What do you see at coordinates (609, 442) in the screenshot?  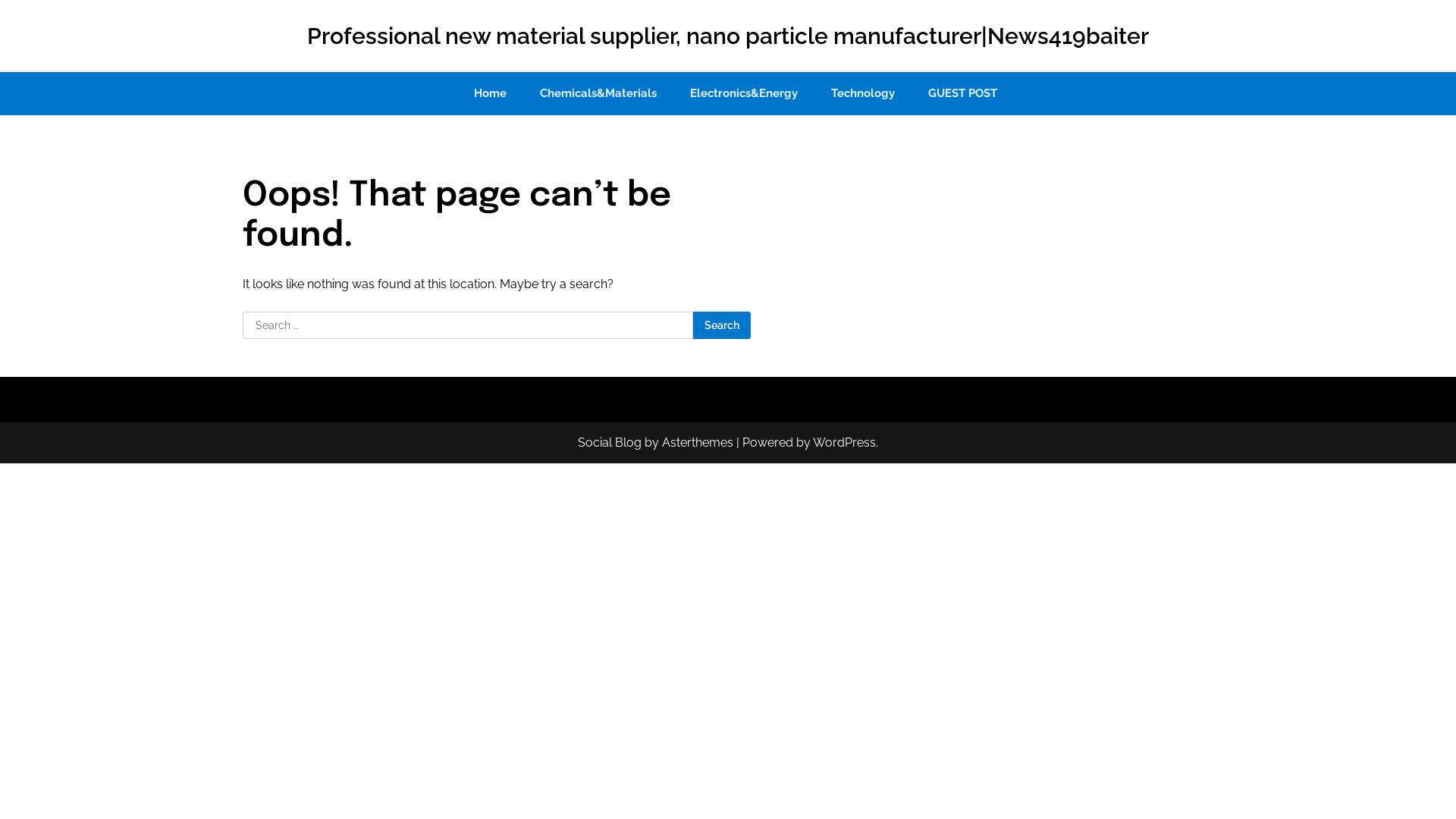 I see `'Social Blog'` at bounding box center [609, 442].